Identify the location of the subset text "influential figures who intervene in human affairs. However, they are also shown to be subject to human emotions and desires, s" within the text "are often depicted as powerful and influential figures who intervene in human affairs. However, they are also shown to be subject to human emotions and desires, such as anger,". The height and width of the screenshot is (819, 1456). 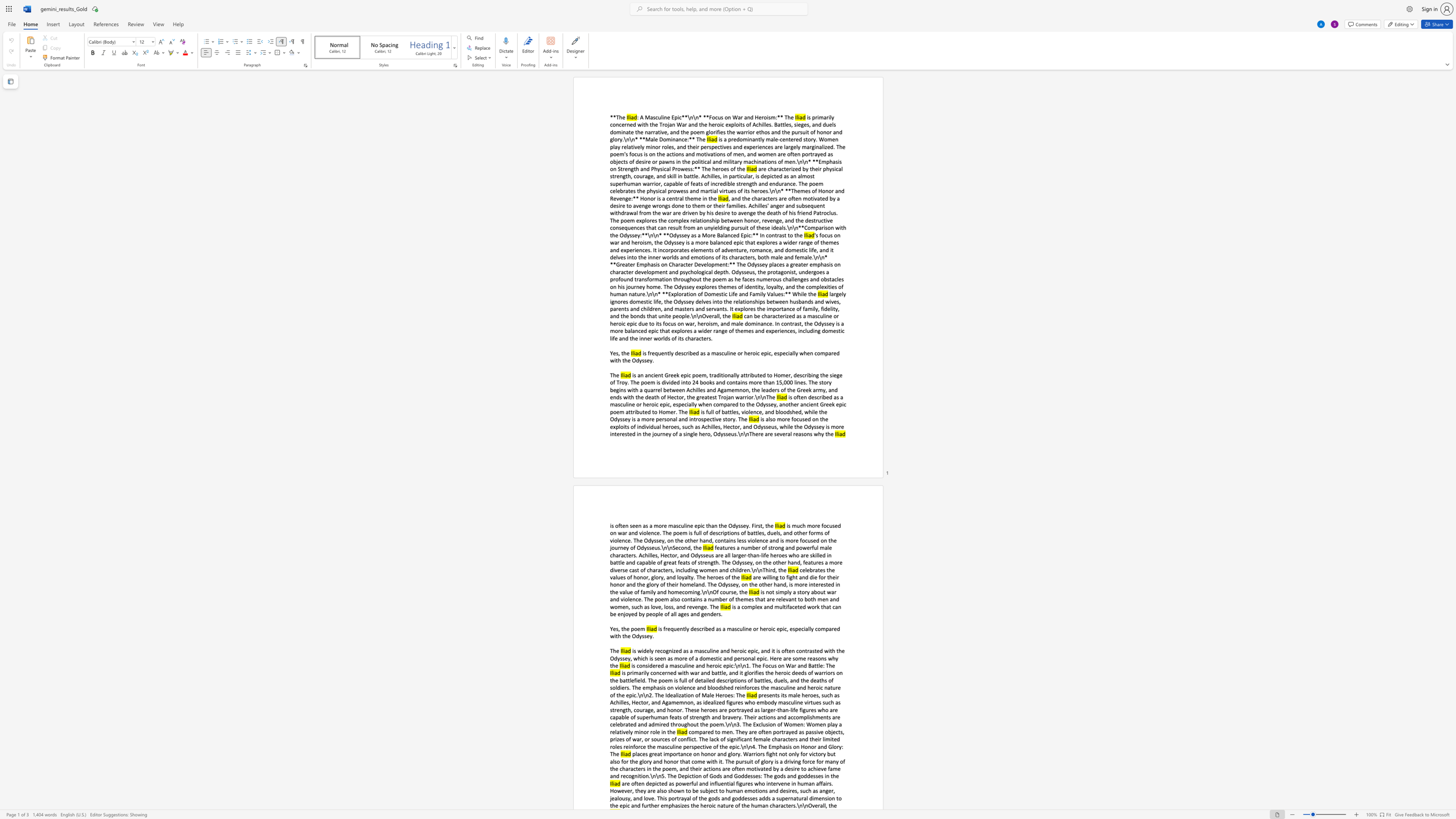
(709, 783).